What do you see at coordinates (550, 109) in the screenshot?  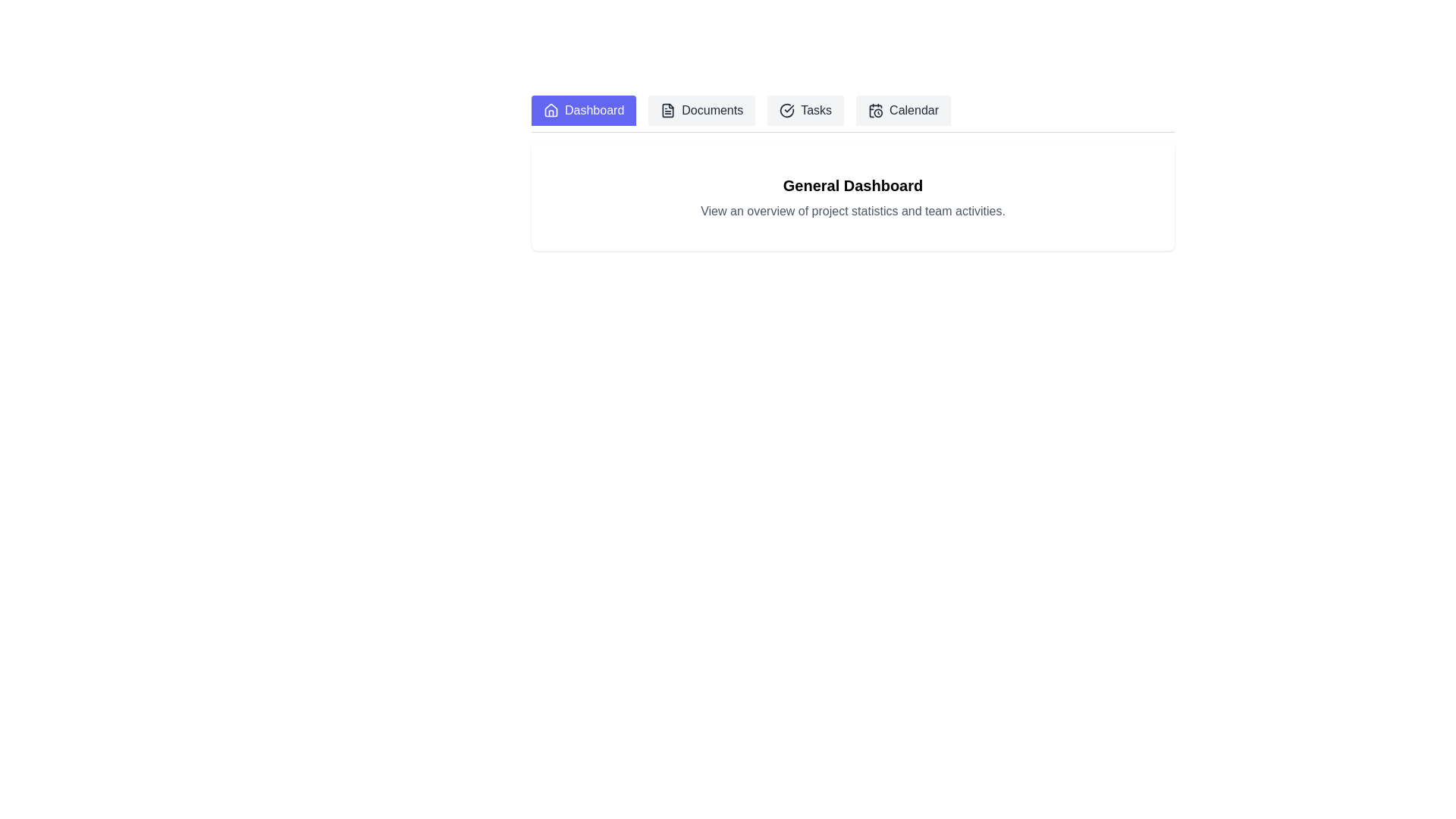 I see `the appearance of the house icon representing the 'Dashboard' tab in the top-left corner of the interface` at bounding box center [550, 109].